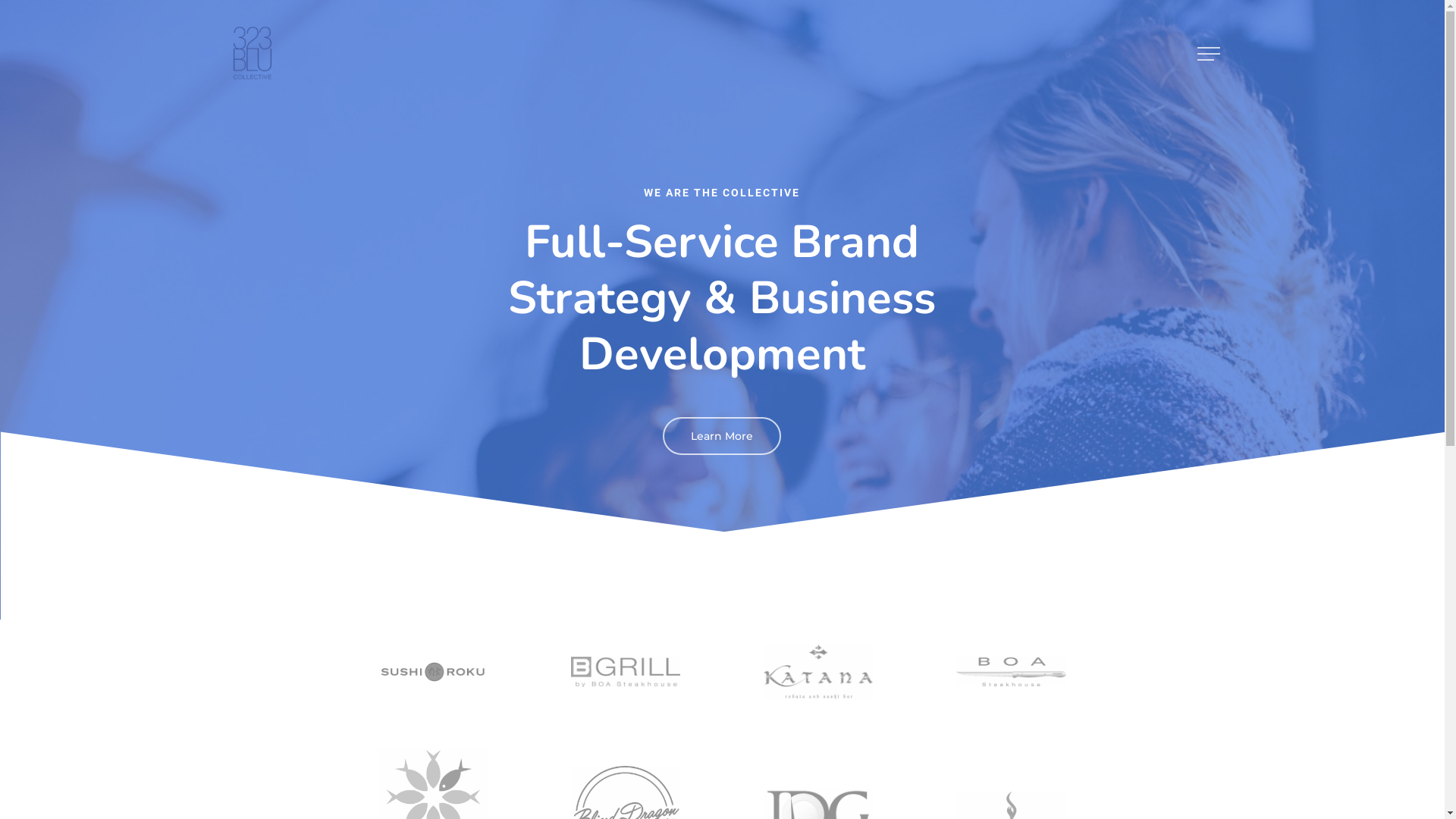 The width and height of the screenshot is (1456, 819). Describe the element at coordinates (720, 435) in the screenshot. I see `'Learn More'` at that location.